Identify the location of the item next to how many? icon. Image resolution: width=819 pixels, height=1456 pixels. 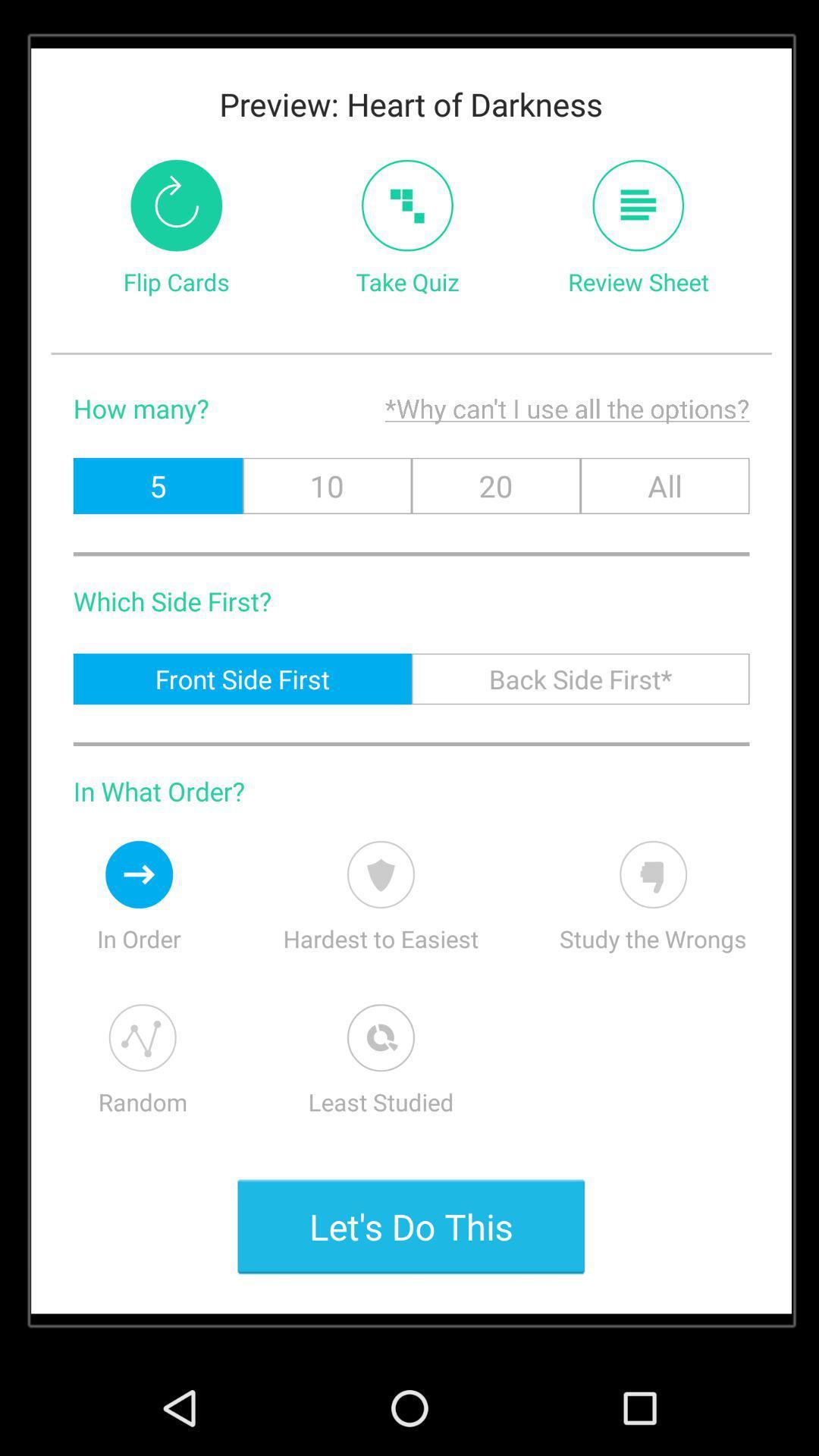
(485, 408).